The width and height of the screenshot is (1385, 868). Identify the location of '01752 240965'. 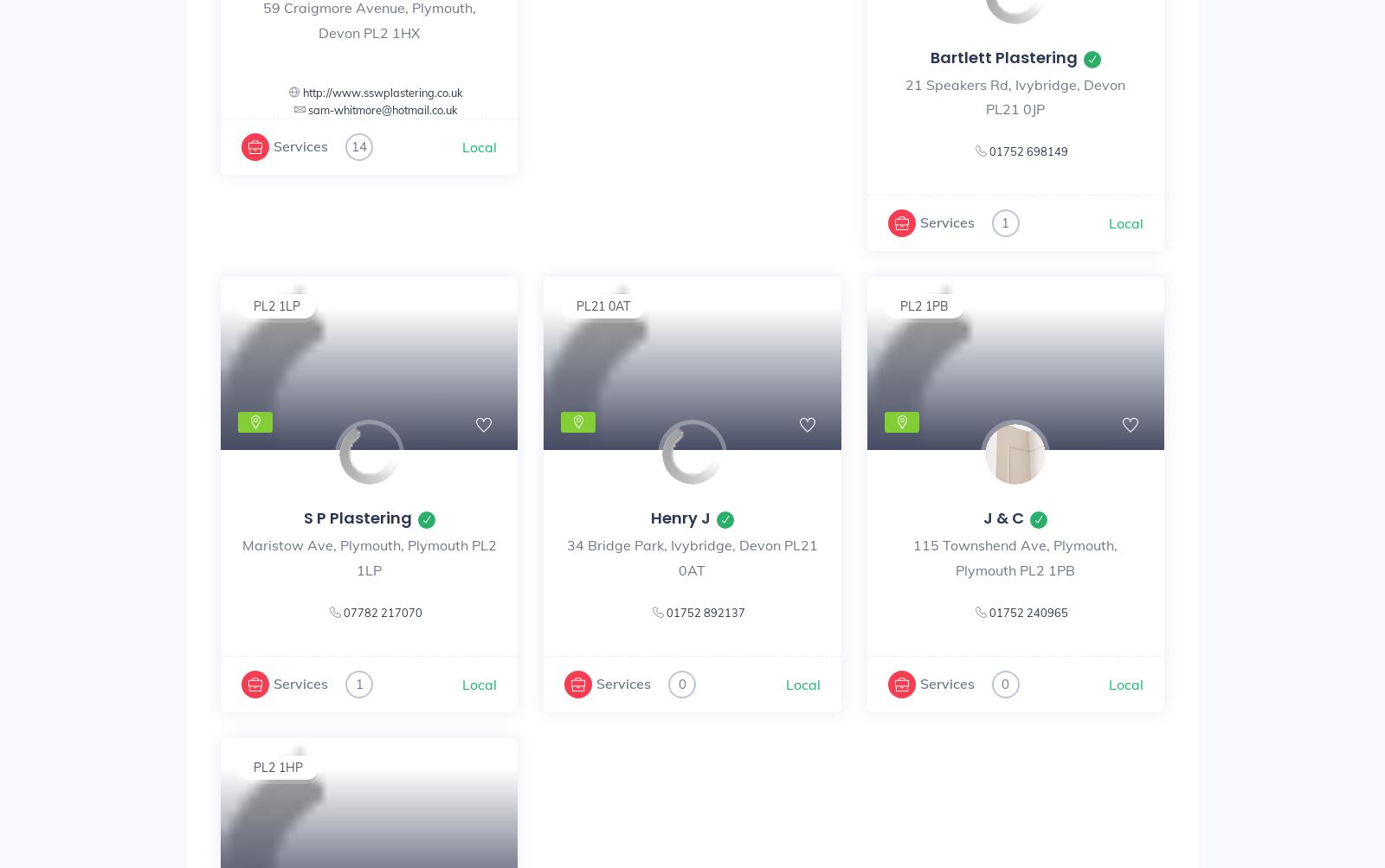
(1028, 611).